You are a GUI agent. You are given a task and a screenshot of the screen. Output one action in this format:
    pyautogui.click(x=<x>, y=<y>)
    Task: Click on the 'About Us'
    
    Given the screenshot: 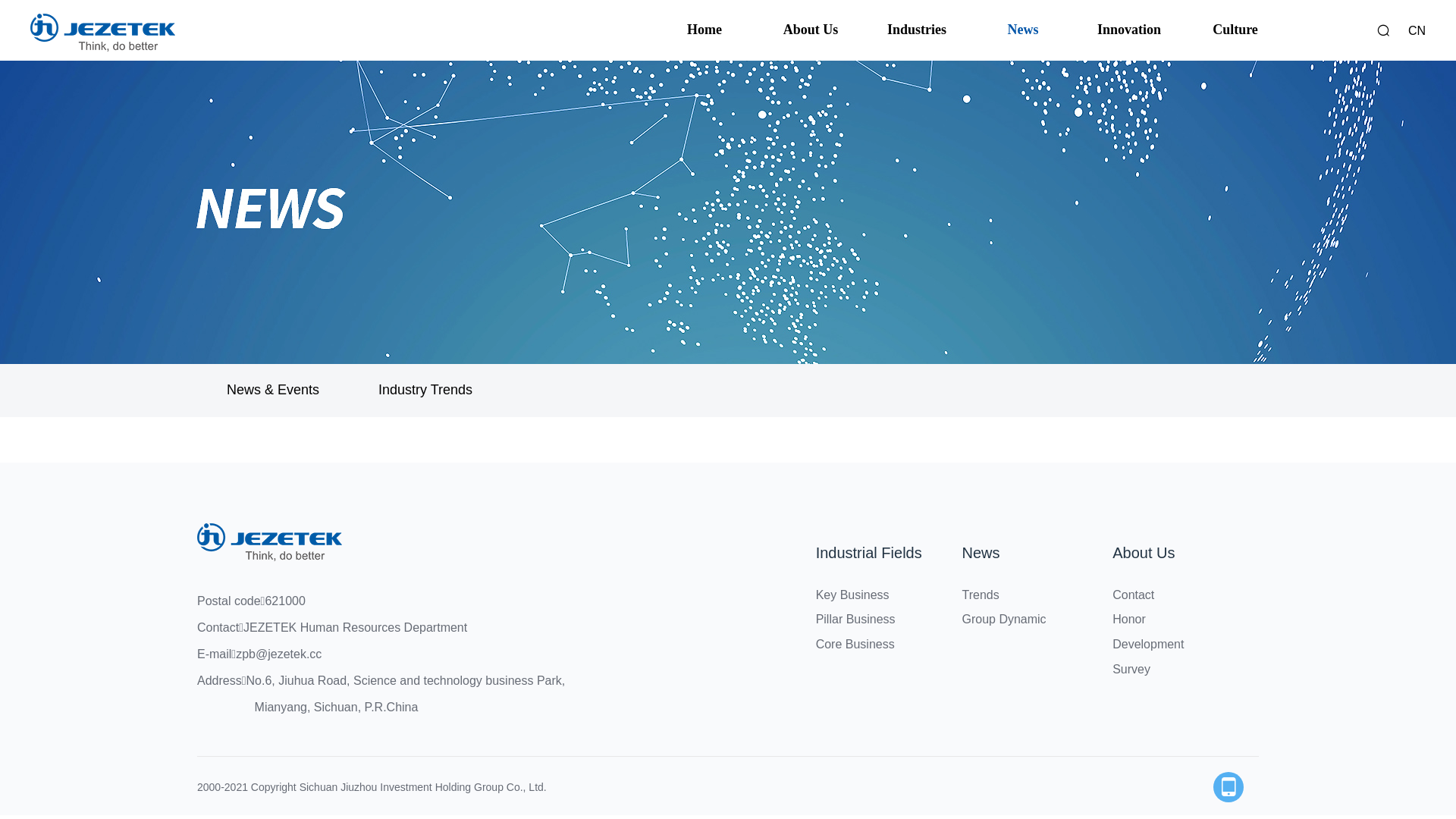 What is the action you would take?
    pyautogui.click(x=1143, y=553)
    